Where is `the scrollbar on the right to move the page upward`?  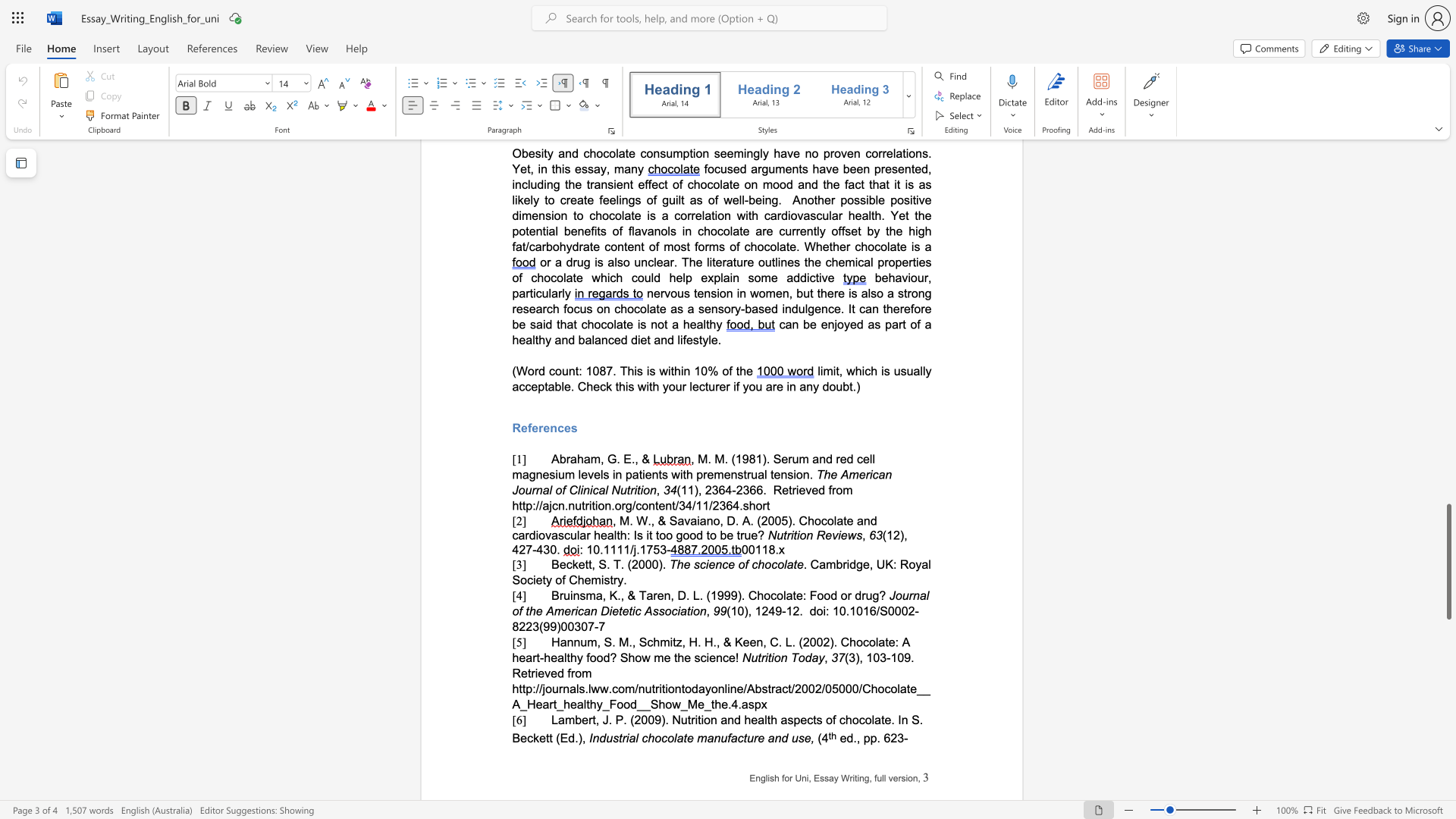
the scrollbar on the right to move the page upward is located at coordinates (1448, 189).